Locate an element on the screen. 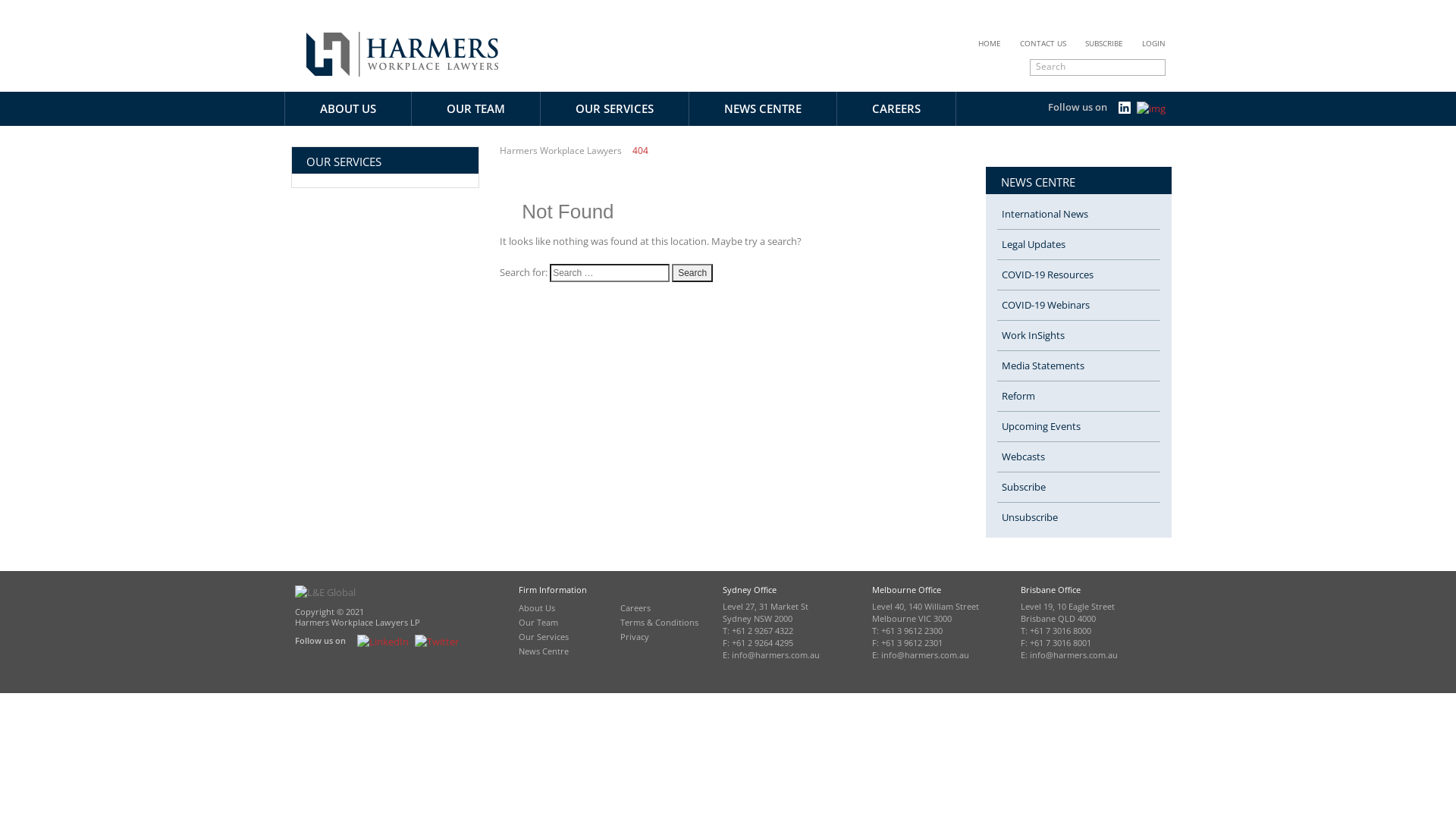 Image resolution: width=1456 pixels, height=819 pixels. 'Media Statements' is located at coordinates (1078, 366).